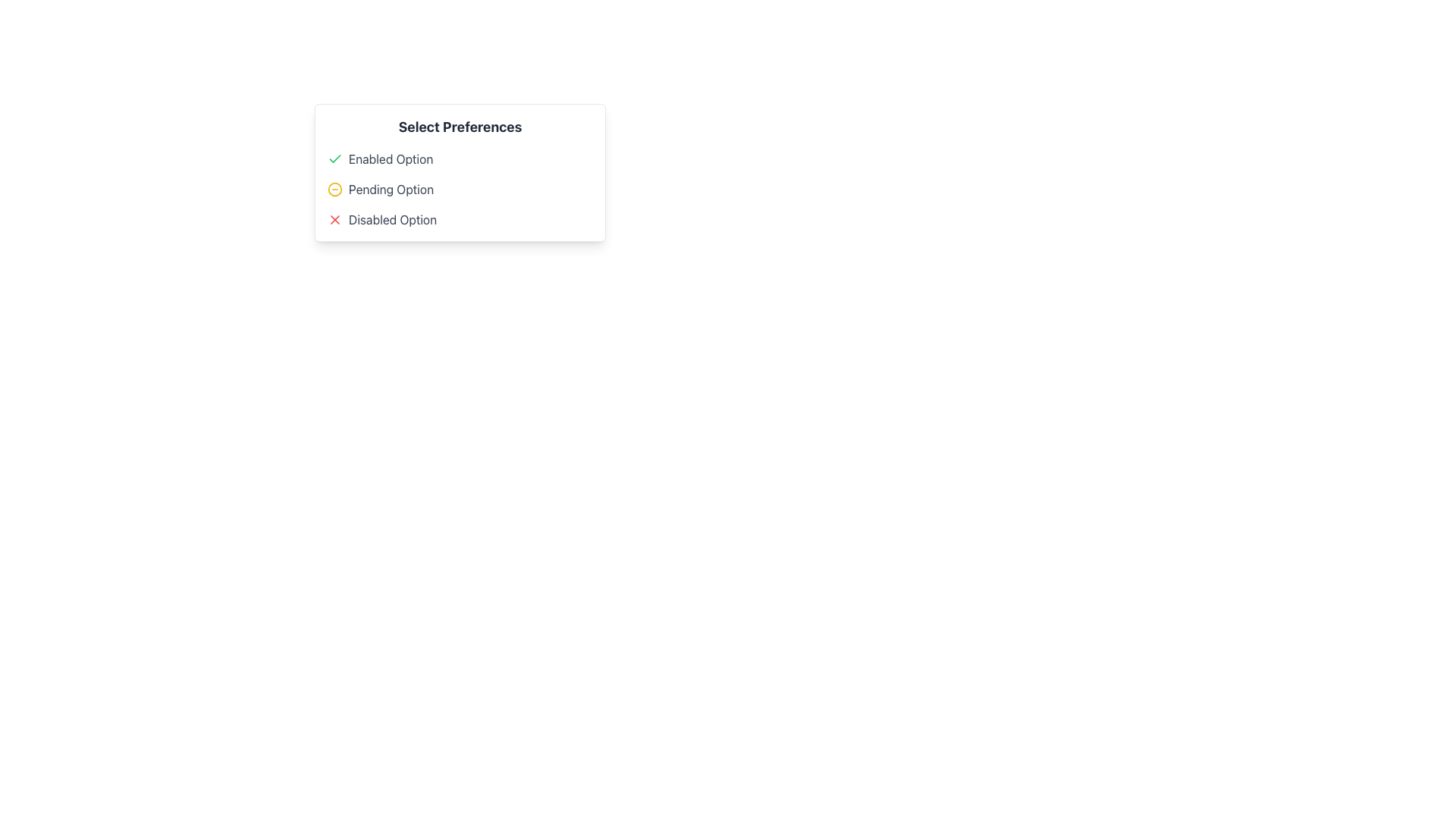 This screenshot has width=1456, height=819. I want to click on the circular outline of the 'circle-minus' icon located to the left of the 'Pending Option' label in the preference selection area for status identification, so click(334, 189).